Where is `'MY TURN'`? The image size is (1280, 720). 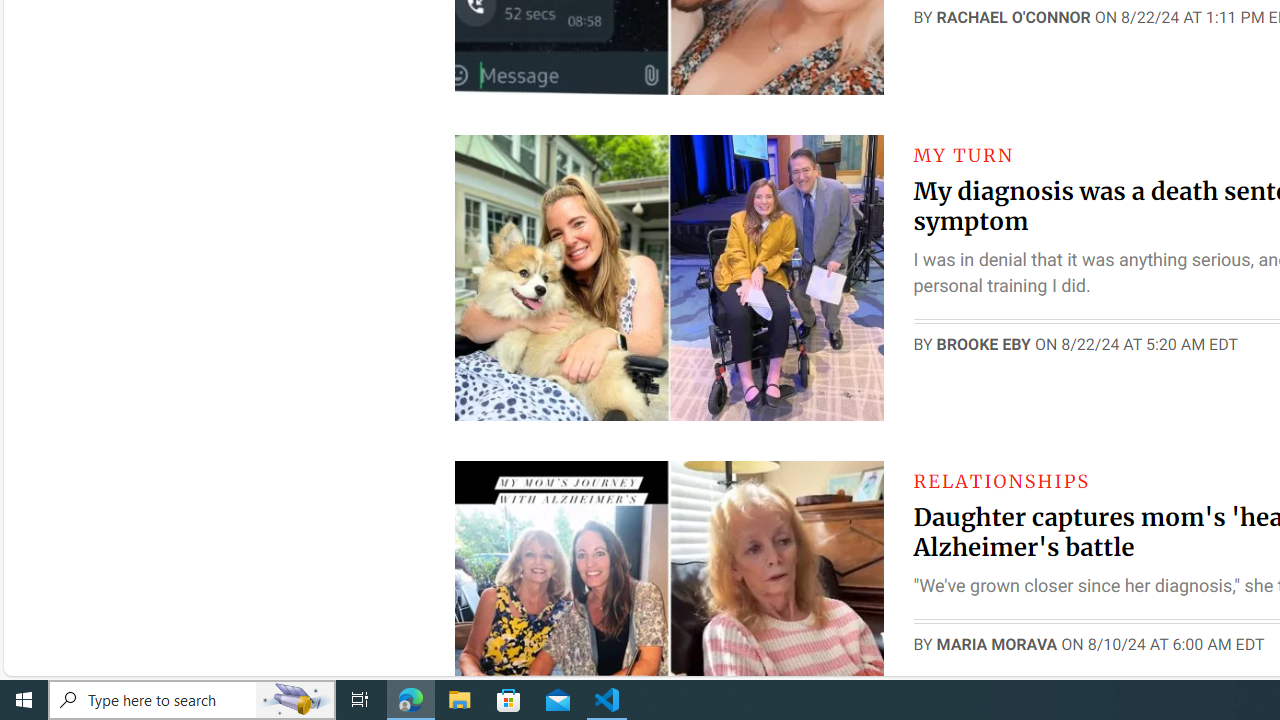 'MY TURN' is located at coordinates (963, 154).